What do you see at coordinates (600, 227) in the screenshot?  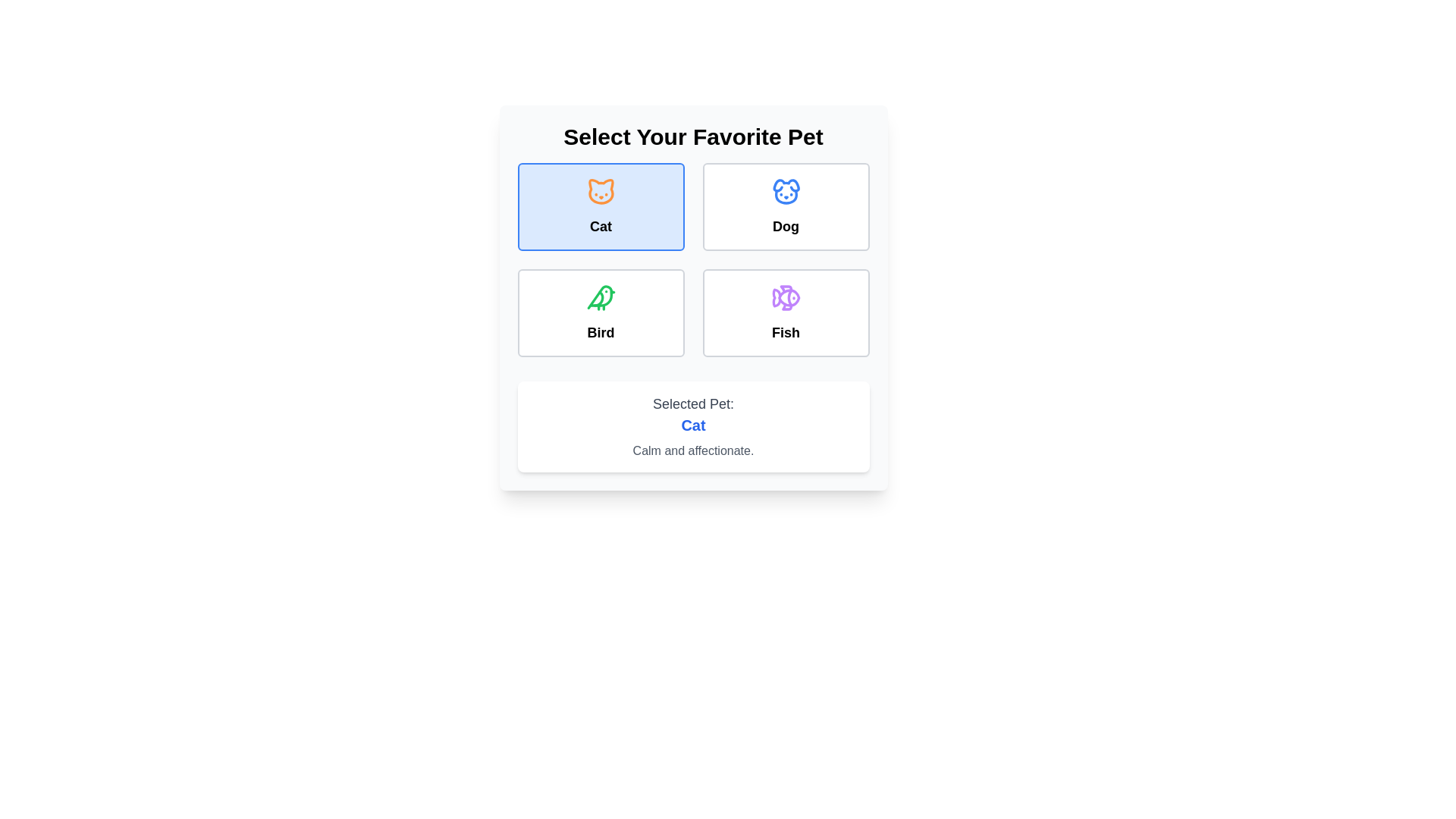 I see `the text label reading 'Cat' which is styled in a large, bold font and positioned directly beneath the orange cat-shaped icon in the top-left box of the pet grid` at bounding box center [600, 227].